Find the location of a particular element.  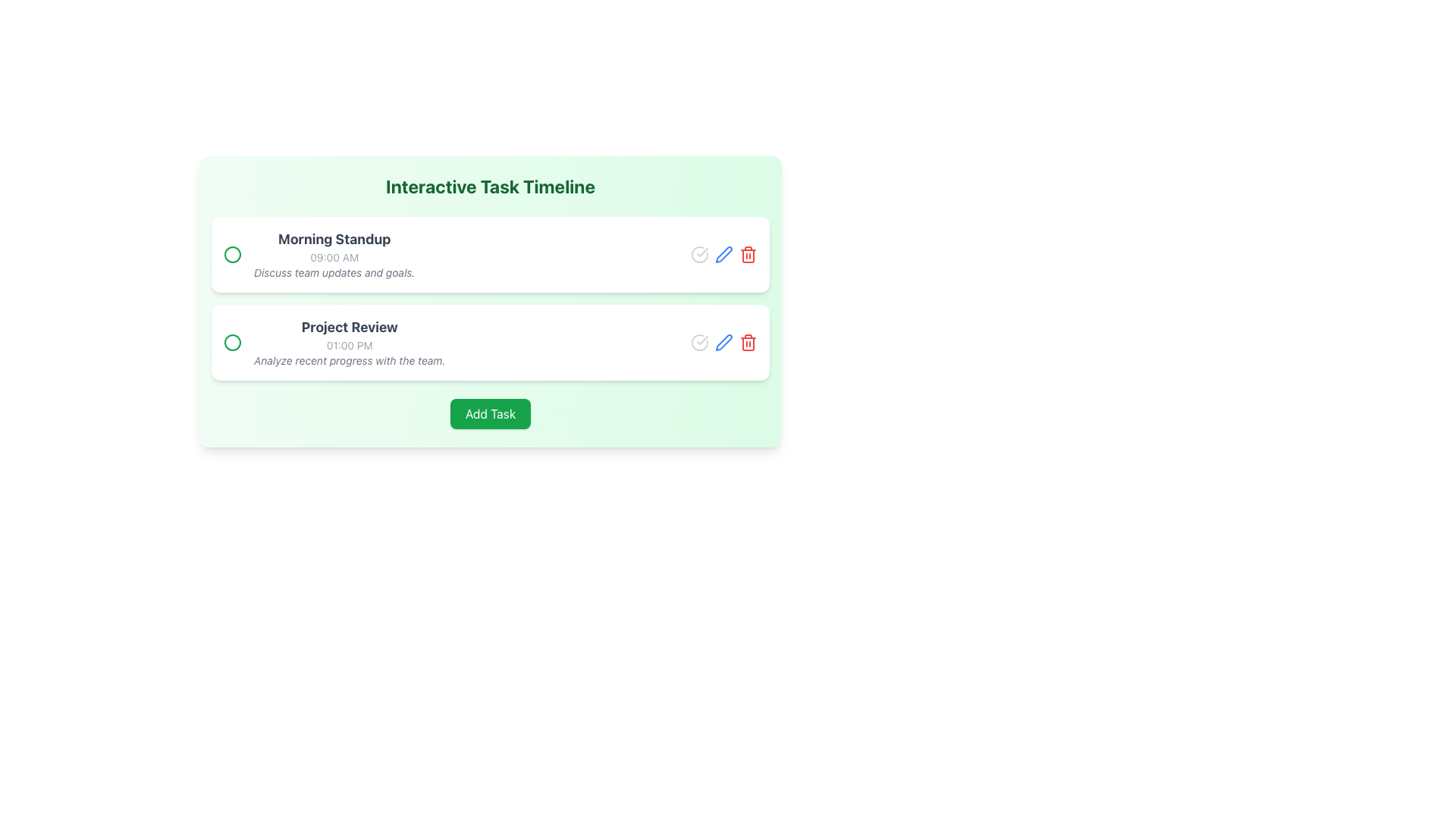

the Circular Icon with Checkmark located at the start of the row of interactive icons in the second task card is located at coordinates (698, 342).